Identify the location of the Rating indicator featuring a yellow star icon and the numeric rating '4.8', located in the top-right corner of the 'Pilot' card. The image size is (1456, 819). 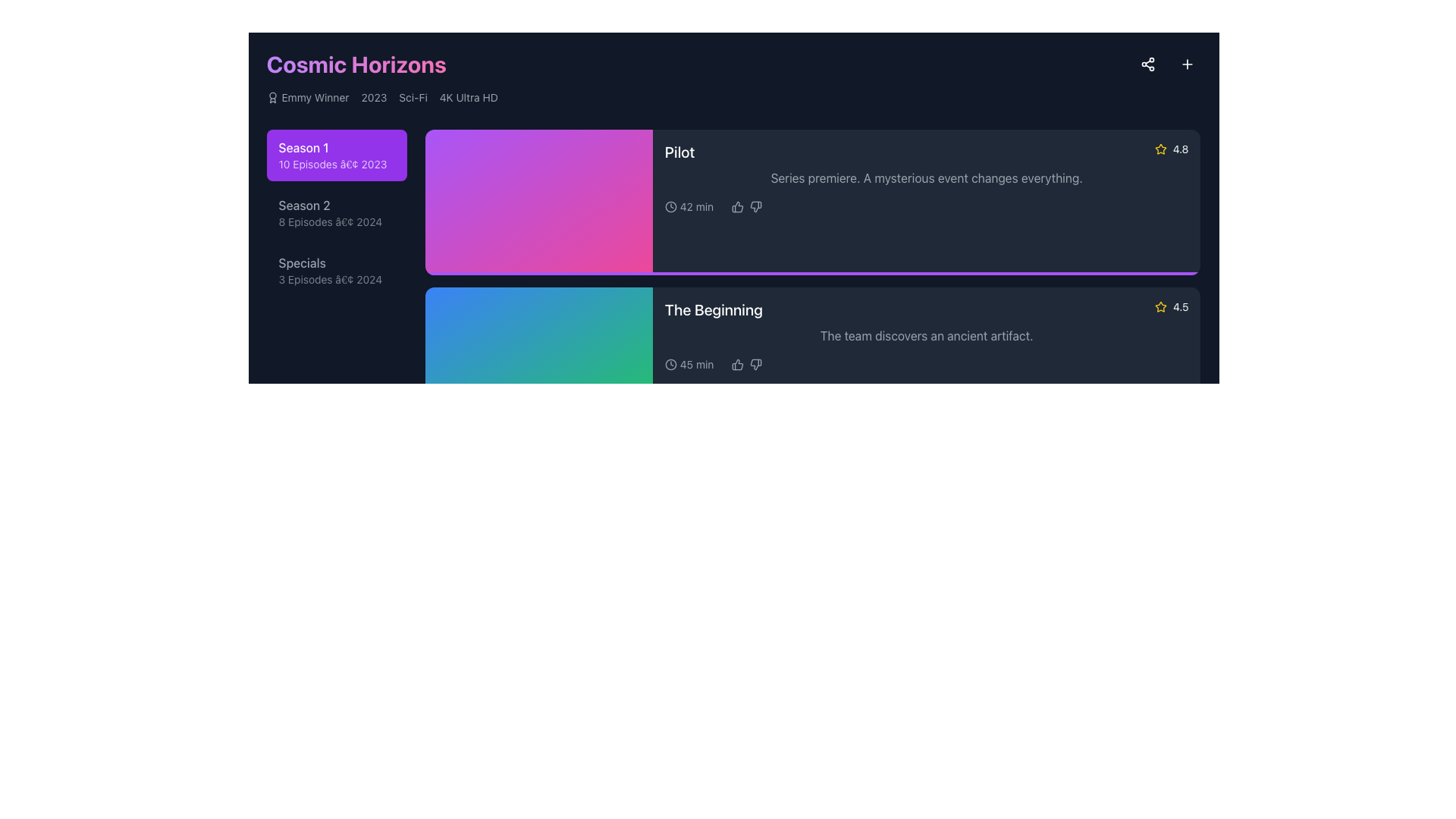
(1171, 149).